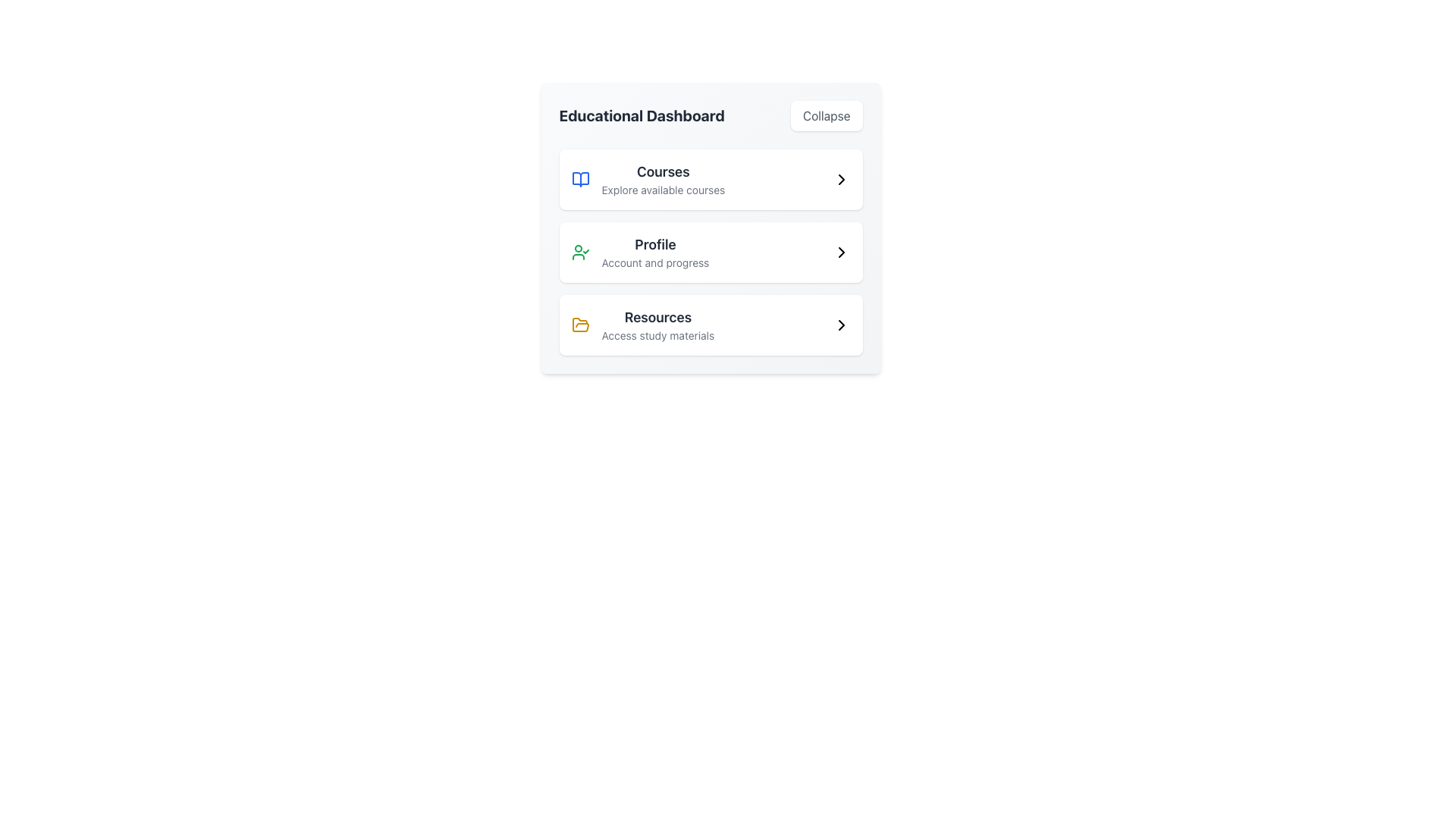  What do you see at coordinates (840, 251) in the screenshot?
I see `the right-pointing chevron icon located at the far right of the 'Profile' row in the 'Educational Dashboard'` at bounding box center [840, 251].